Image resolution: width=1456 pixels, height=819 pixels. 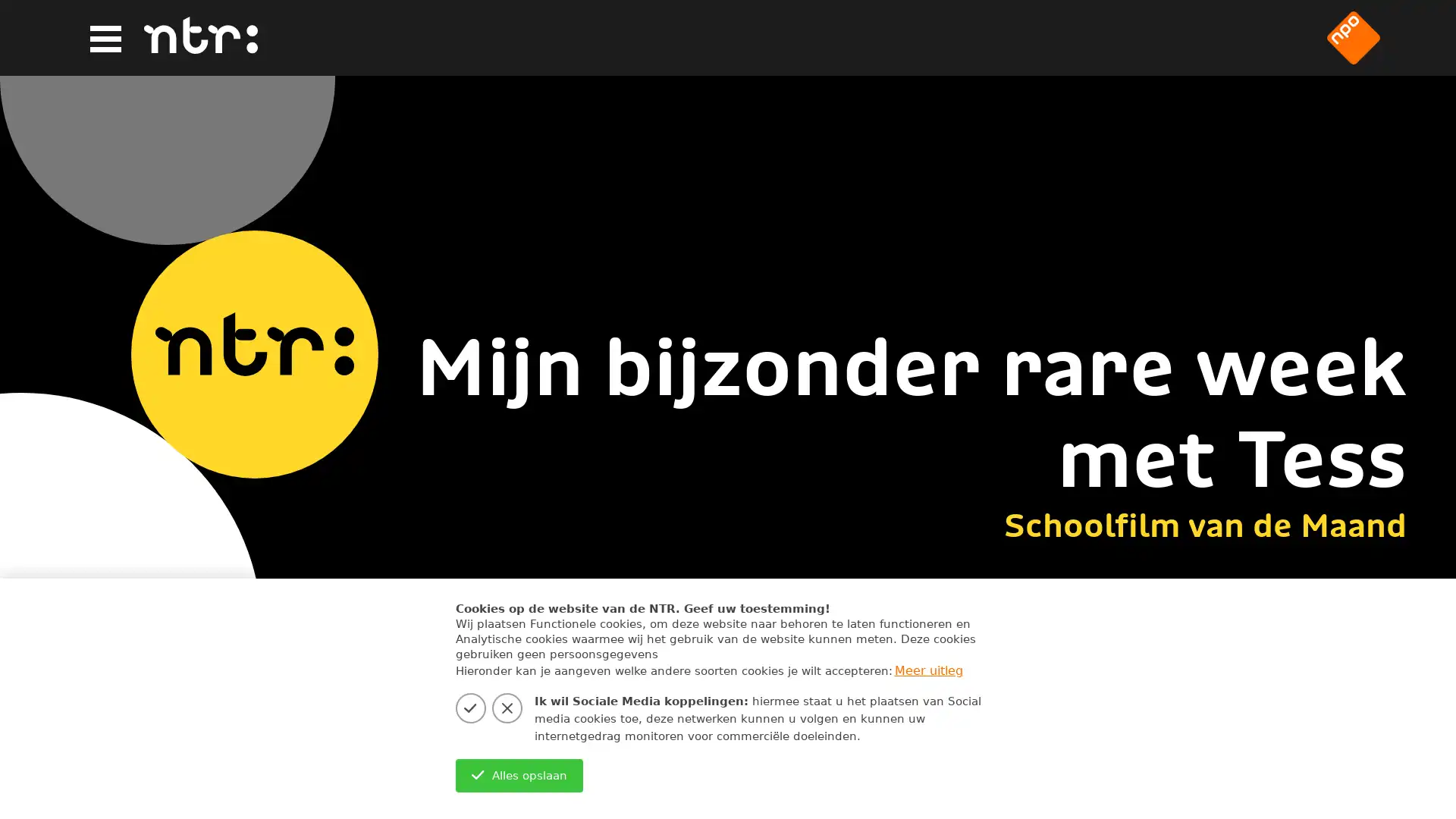 I want to click on Alles opslaan, so click(x=519, y=775).